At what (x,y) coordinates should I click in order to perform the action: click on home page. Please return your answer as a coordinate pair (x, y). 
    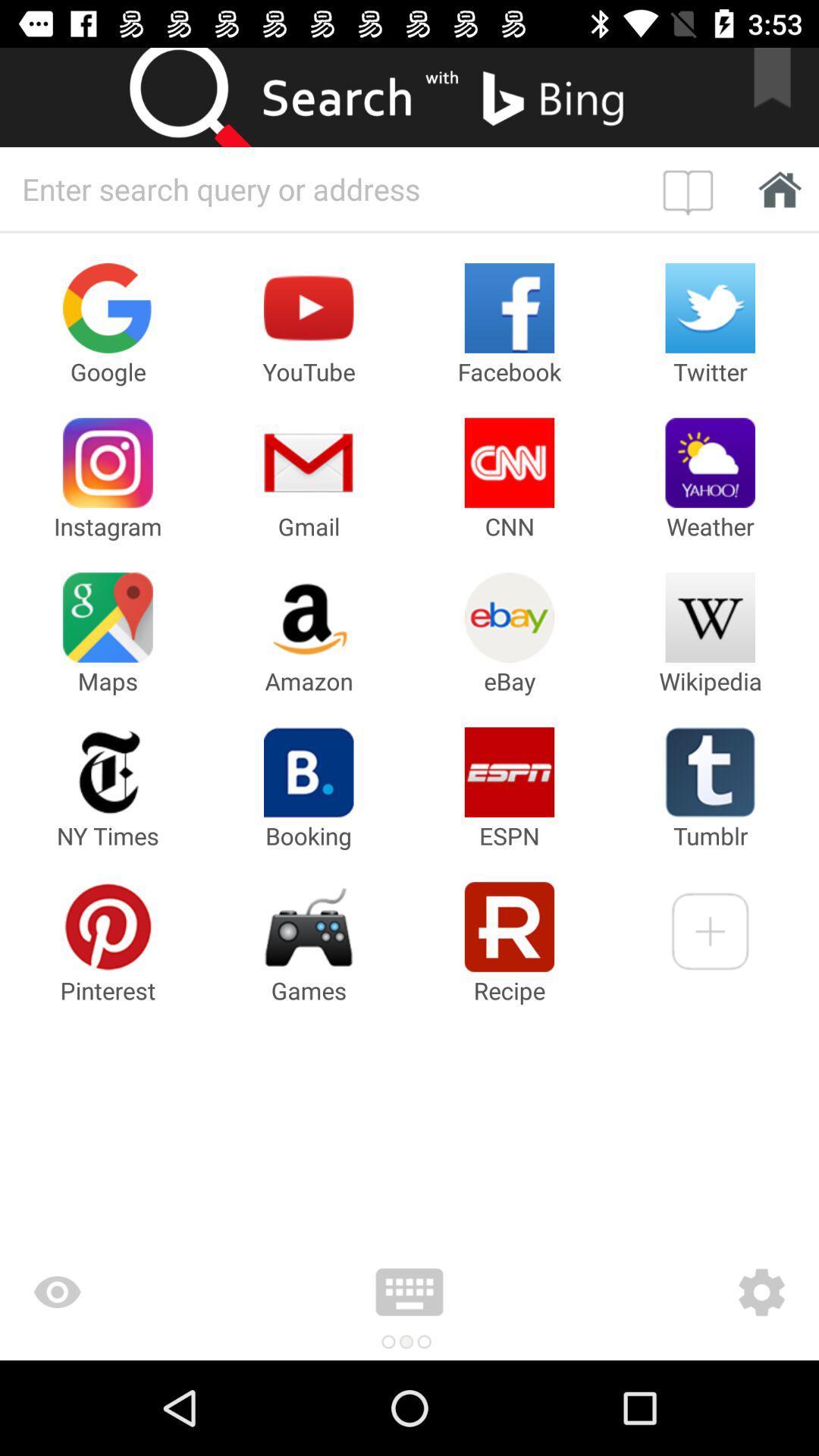
    Looking at the image, I should click on (775, 188).